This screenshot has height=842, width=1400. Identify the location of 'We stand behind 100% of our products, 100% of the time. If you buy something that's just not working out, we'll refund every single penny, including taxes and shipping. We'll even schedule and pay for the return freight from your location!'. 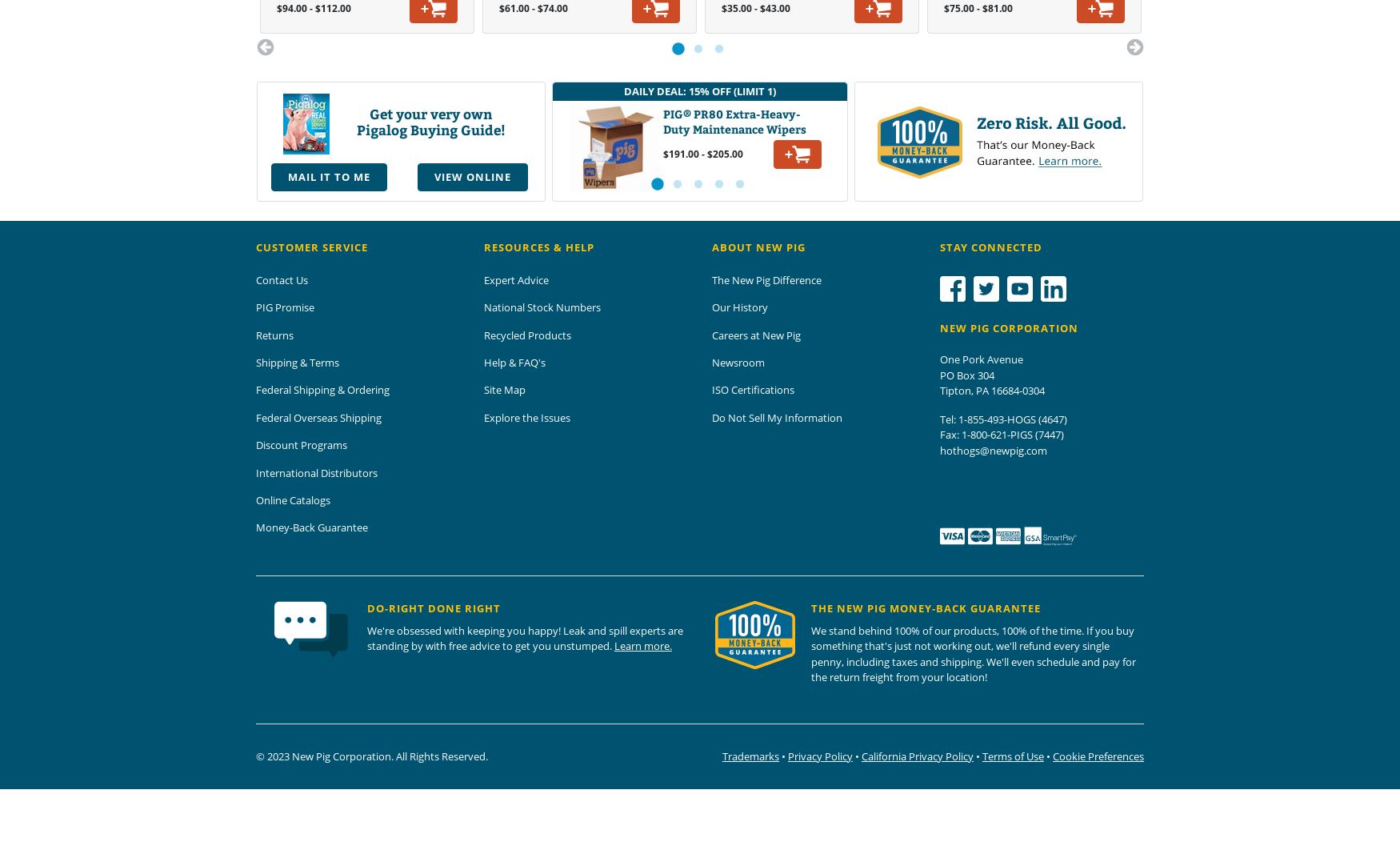
(973, 653).